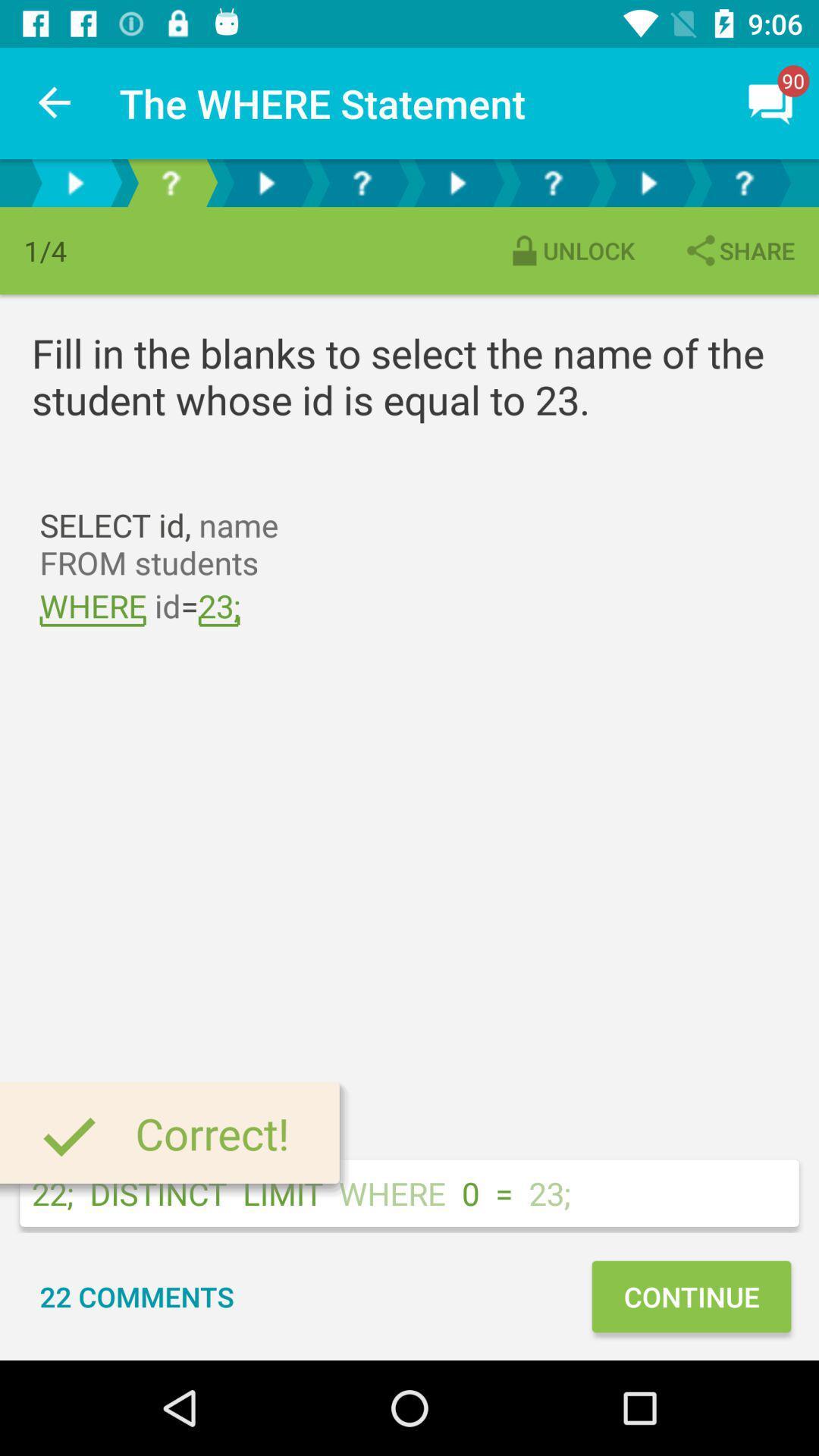  Describe the element at coordinates (742, 182) in the screenshot. I see `a specific question in the final` at that location.